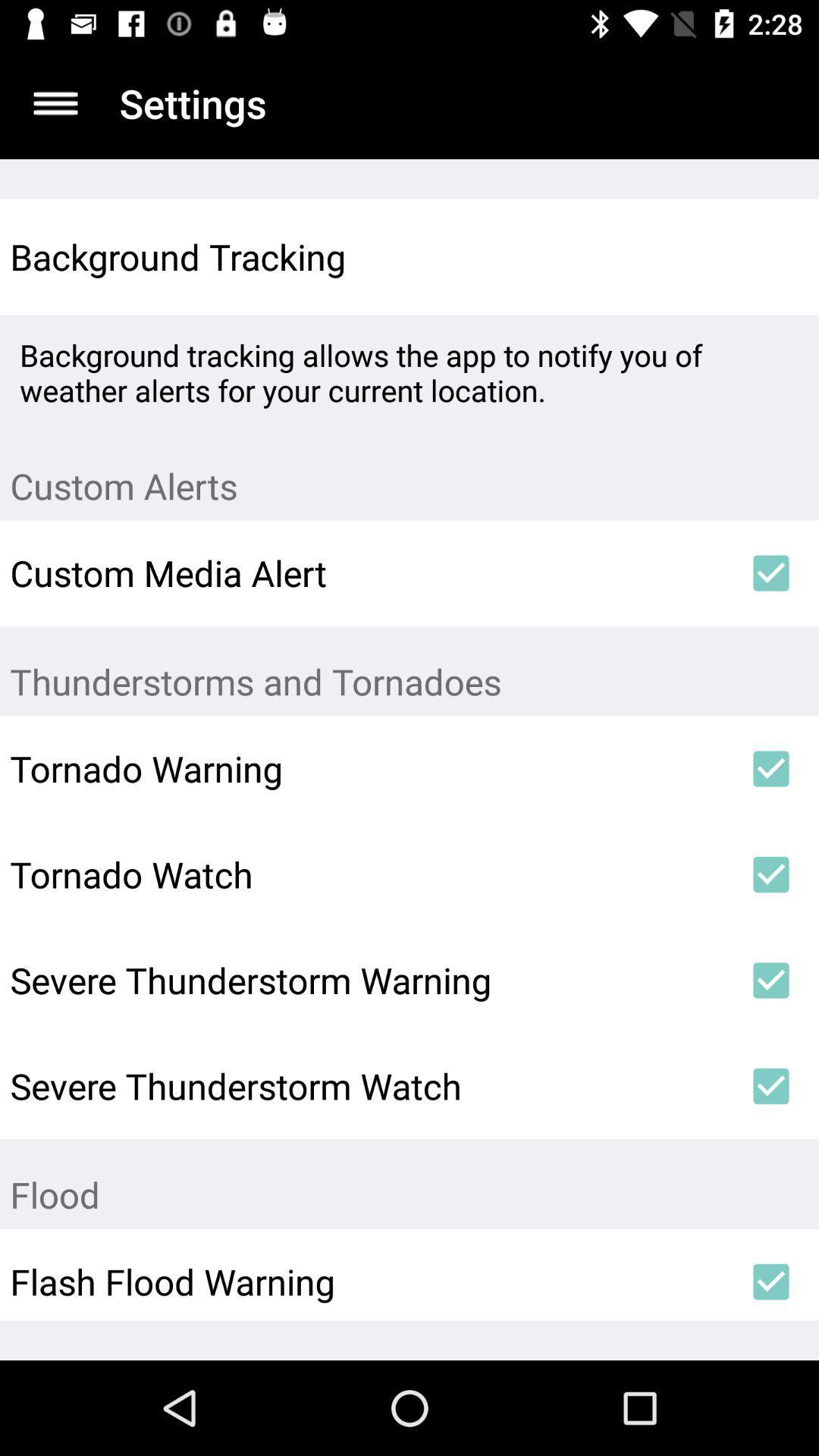 This screenshot has width=819, height=1456. What do you see at coordinates (771, 1281) in the screenshot?
I see `item below the flood item` at bounding box center [771, 1281].